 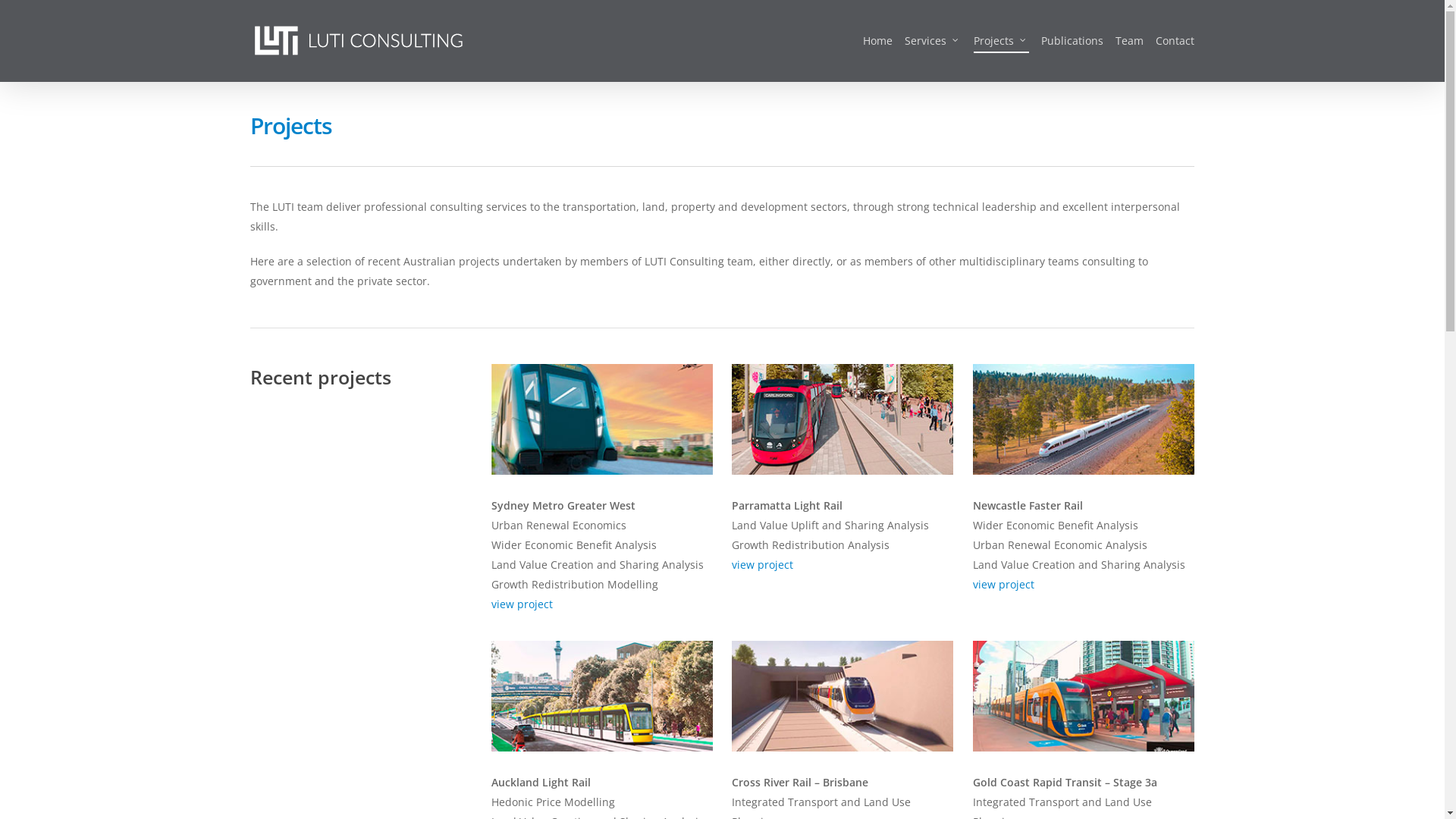 I want to click on 'Publications', so click(x=1072, y=40).